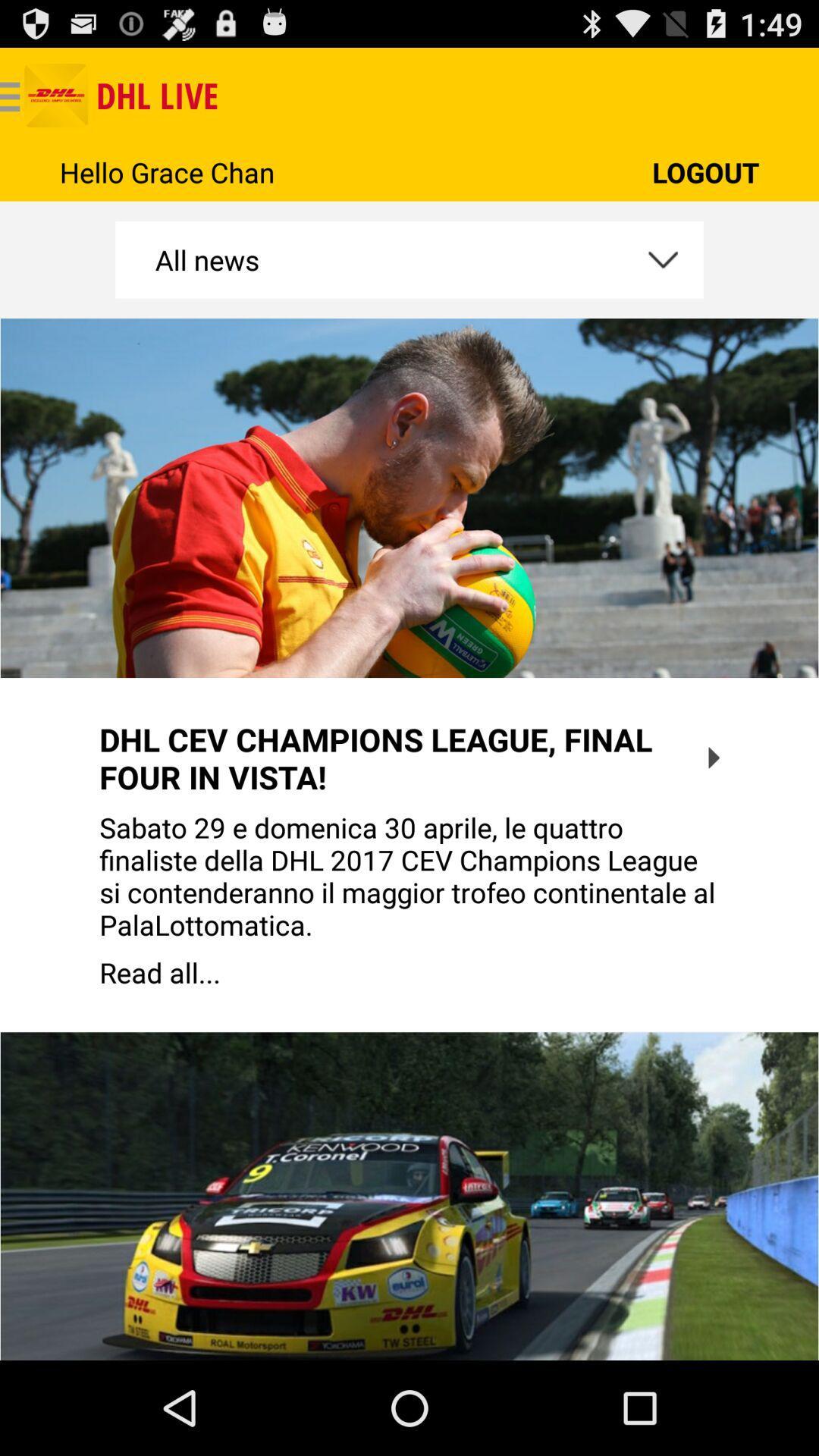  Describe the element at coordinates (409, 876) in the screenshot. I see `app below dhl cev champions app` at that location.